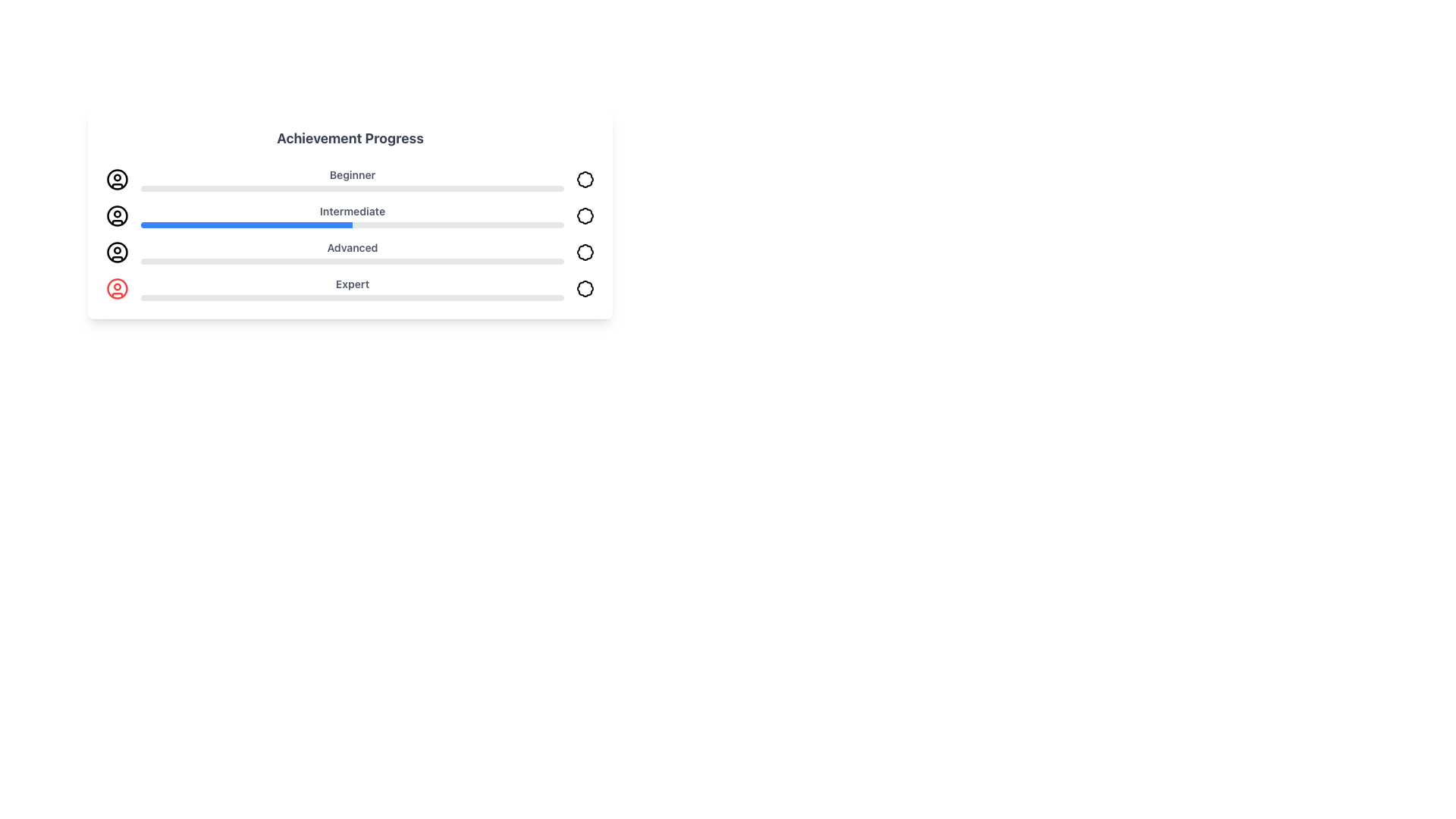 The width and height of the screenshot is (1456, 819). Describe the element at coordinates (585, 289) in the screenshot. I see `the flower-like badge icon located near the 'Expert' text` at that location.